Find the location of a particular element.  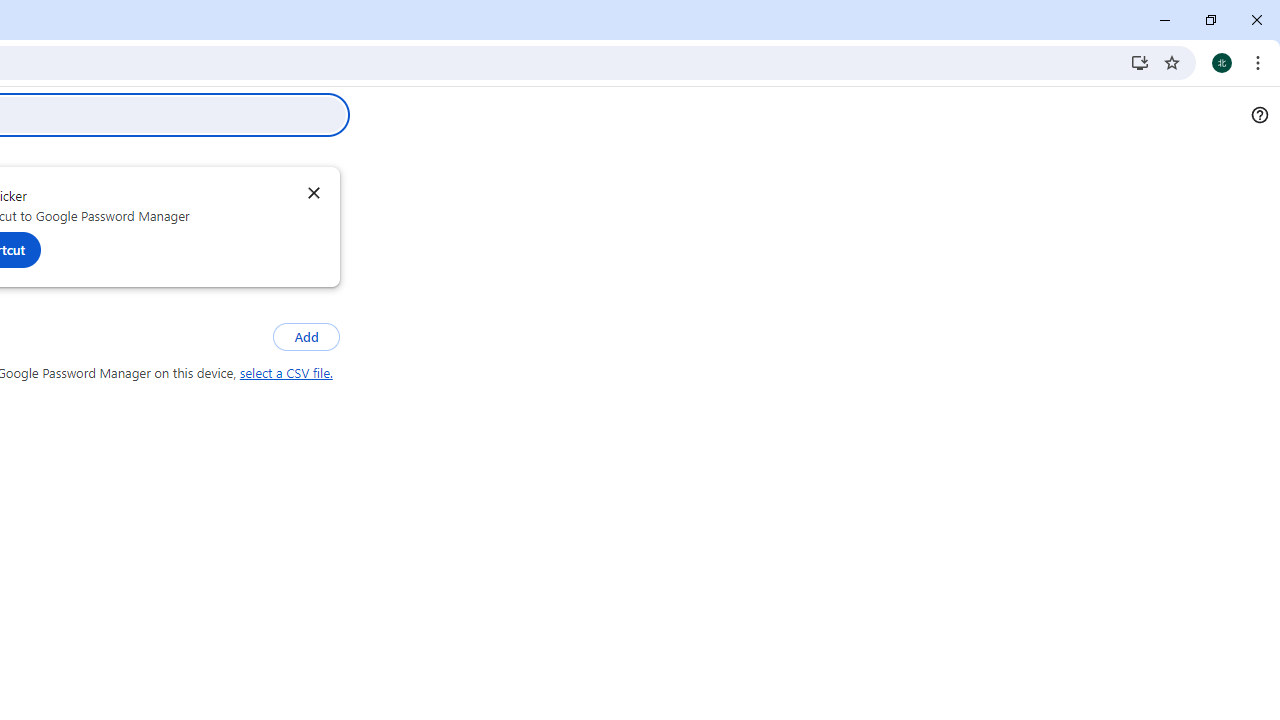

'Add' is located at coordinates (305, 336).